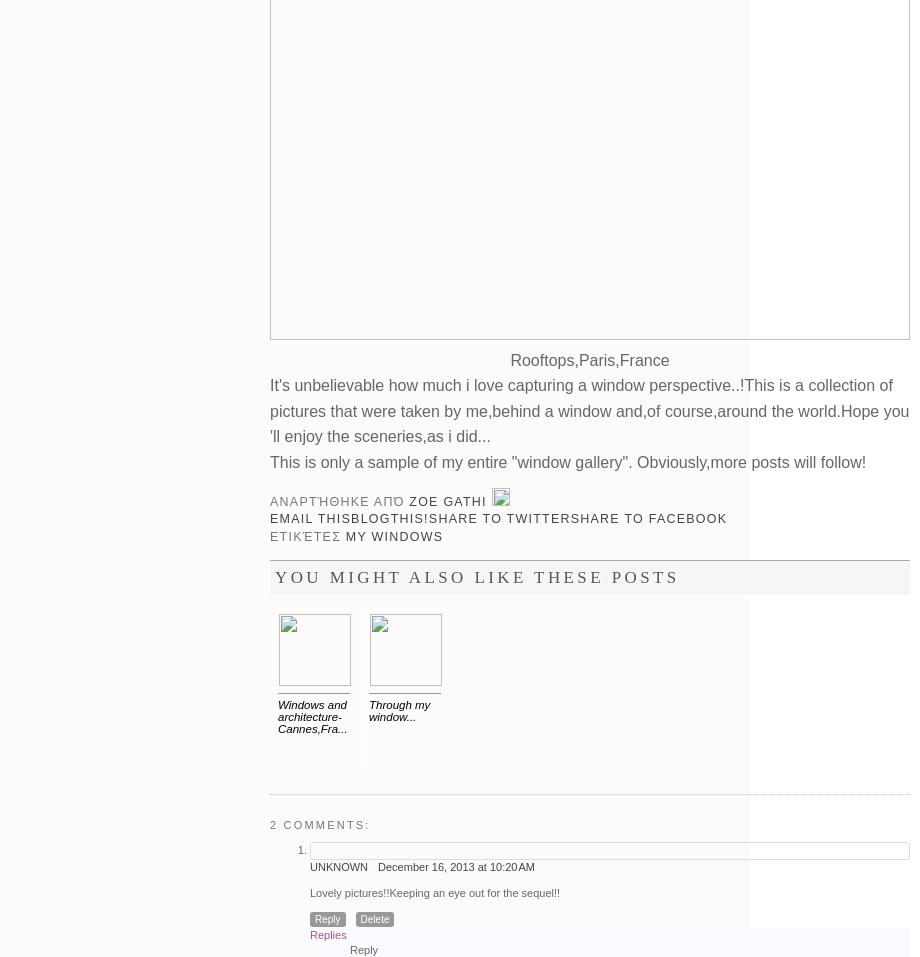 The width and height of the screenshot is (920, 957). Describe the element at coordinates (310, 518) in the screenshot. I see `'Email This'` at that location.